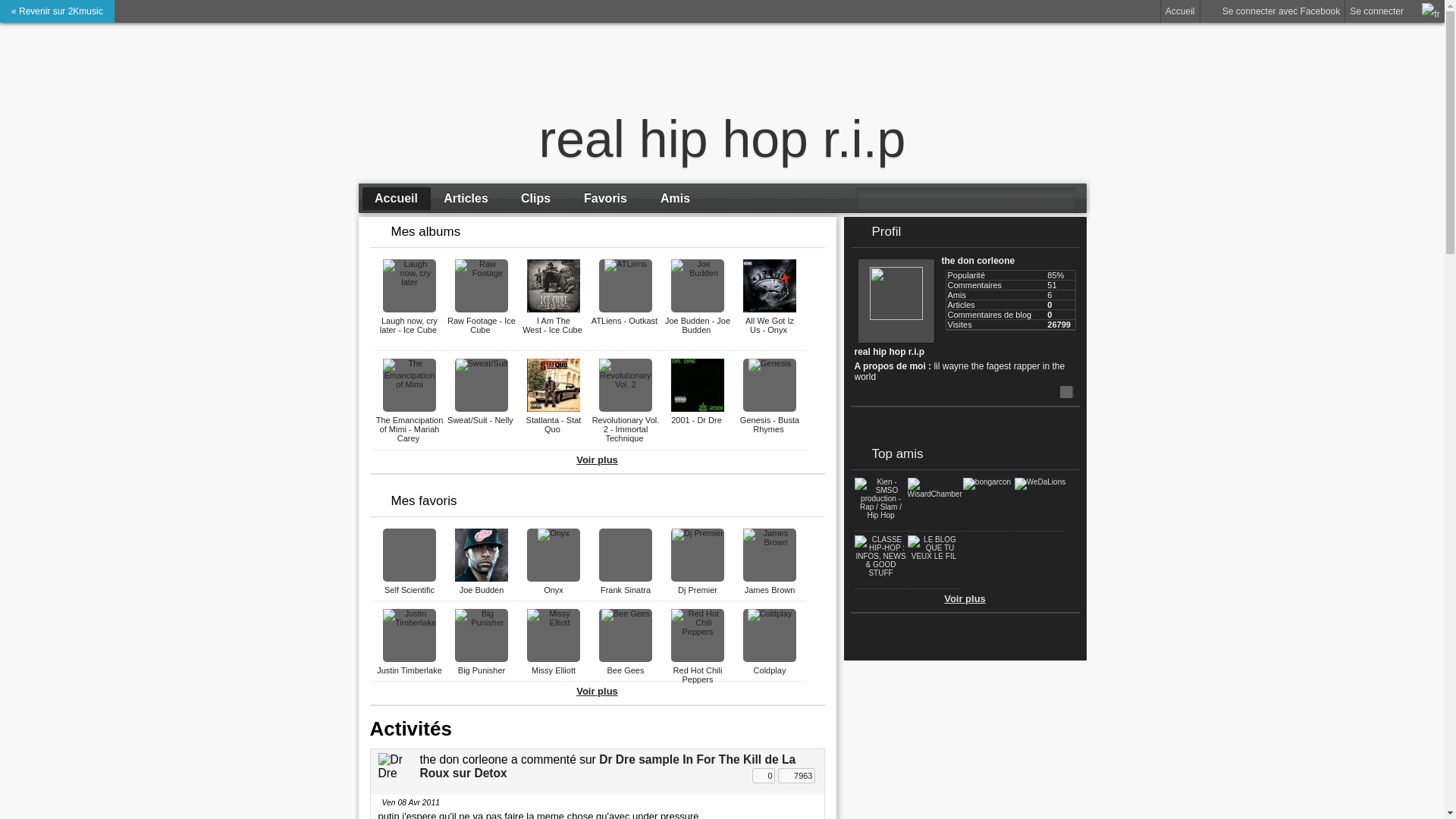  What do you see at coordinates (409, 669) in the screenshot?
I see `'Justin Timberlake'` at bounding box center [409, 669].